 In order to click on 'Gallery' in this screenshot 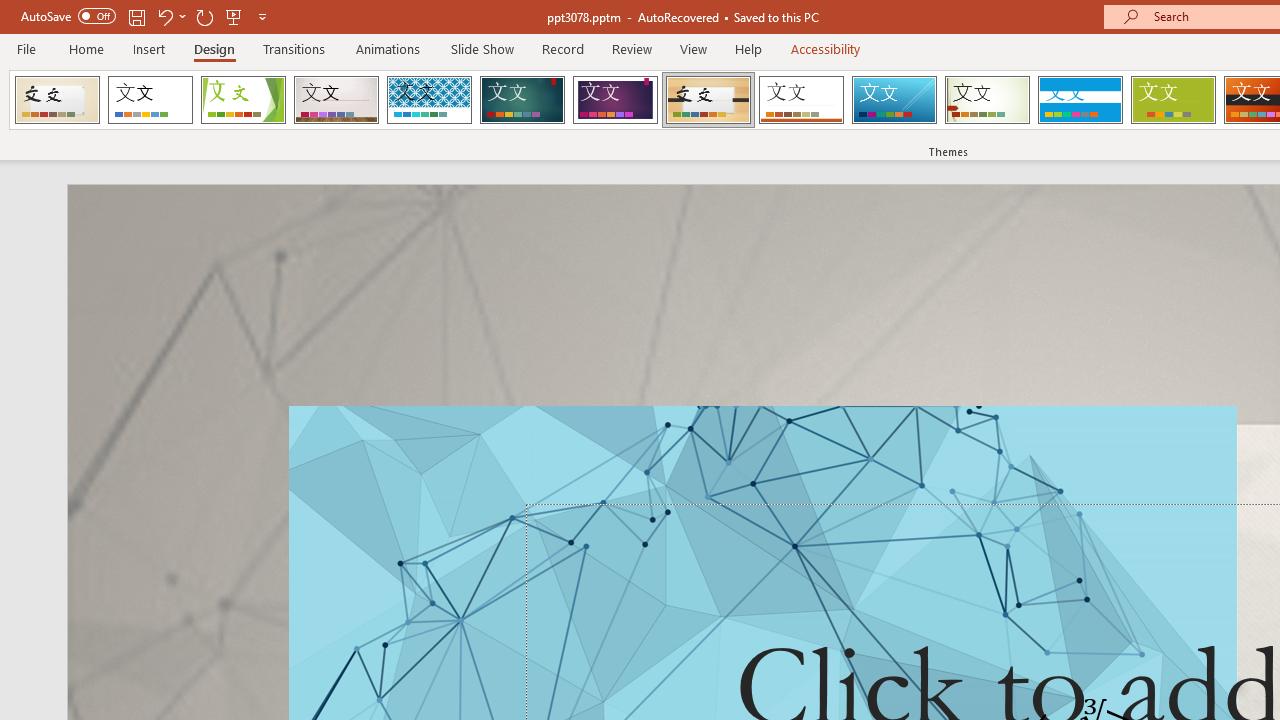, I will do `click(336, 100)`.